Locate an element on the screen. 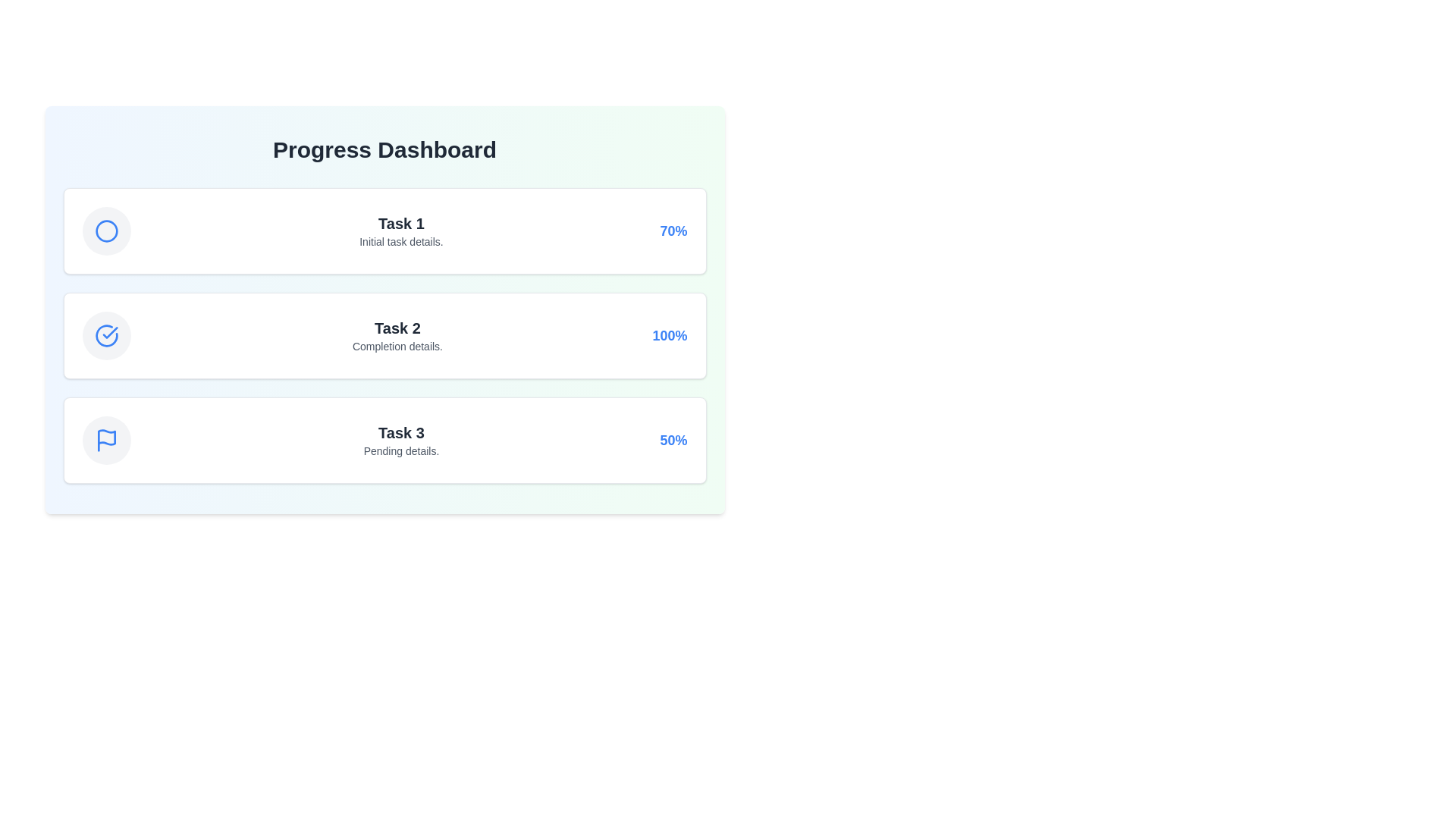  the bold blue text label displaying '100%' which is prominently placed on the right side of the second section labeled 'Task 2' is located at coordinates (669, 335).